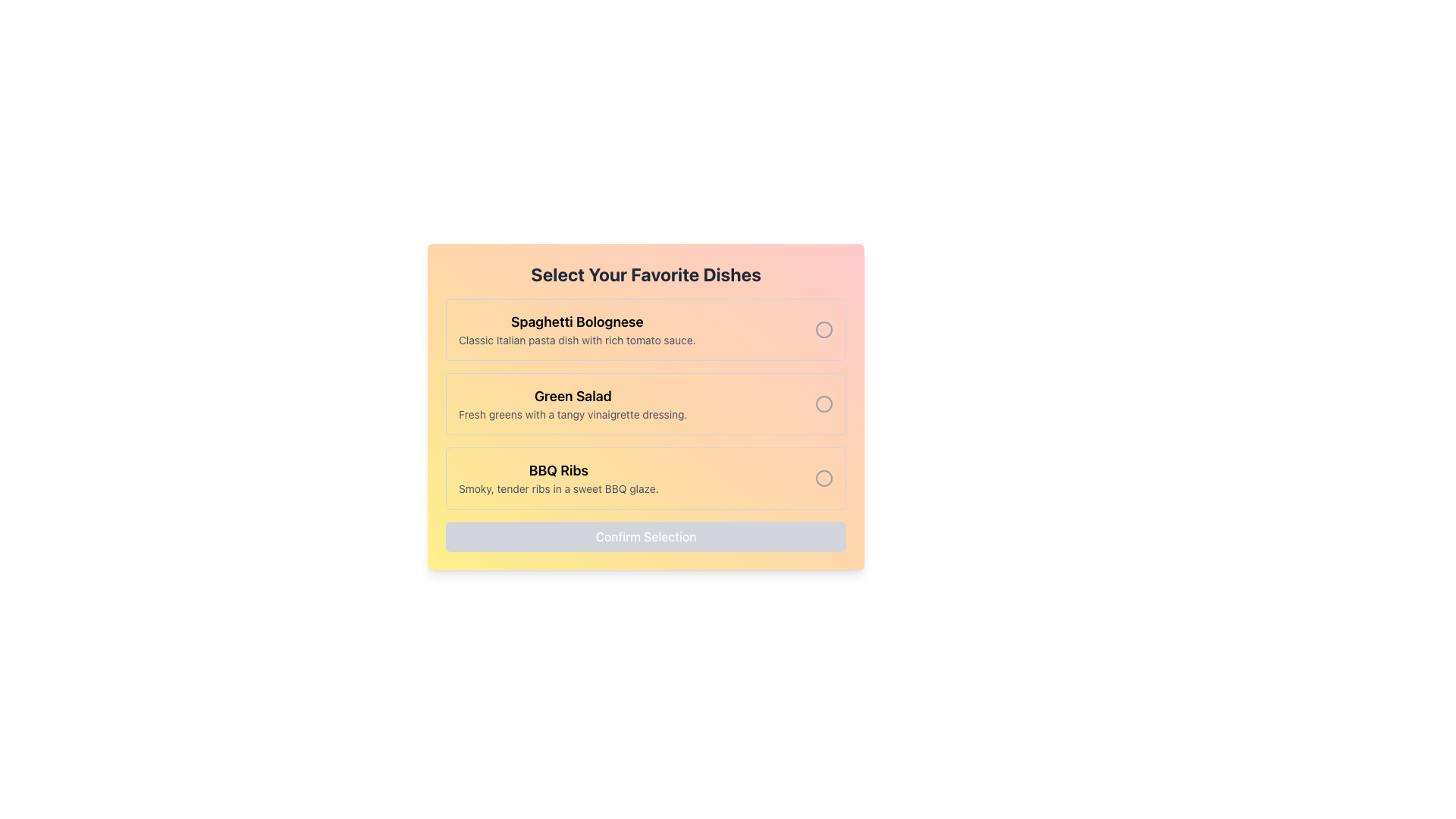 The width and height of the screenshot is (1456, 819). Describe the element at coordinates (645, 403) in the screenshot. I see `the entry 'Green Salad' in the list of selectable options for more details` at that location.